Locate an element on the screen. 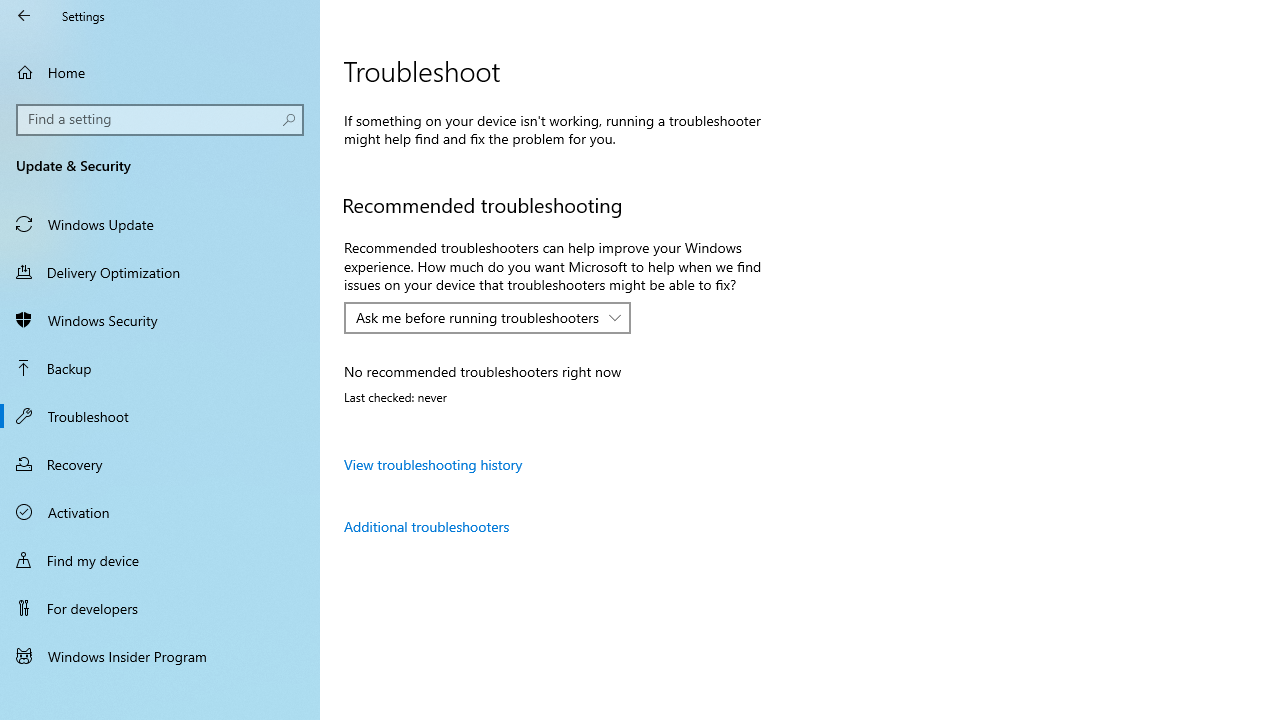  'Windows Insider Program' is located at coordinates (160, 655).